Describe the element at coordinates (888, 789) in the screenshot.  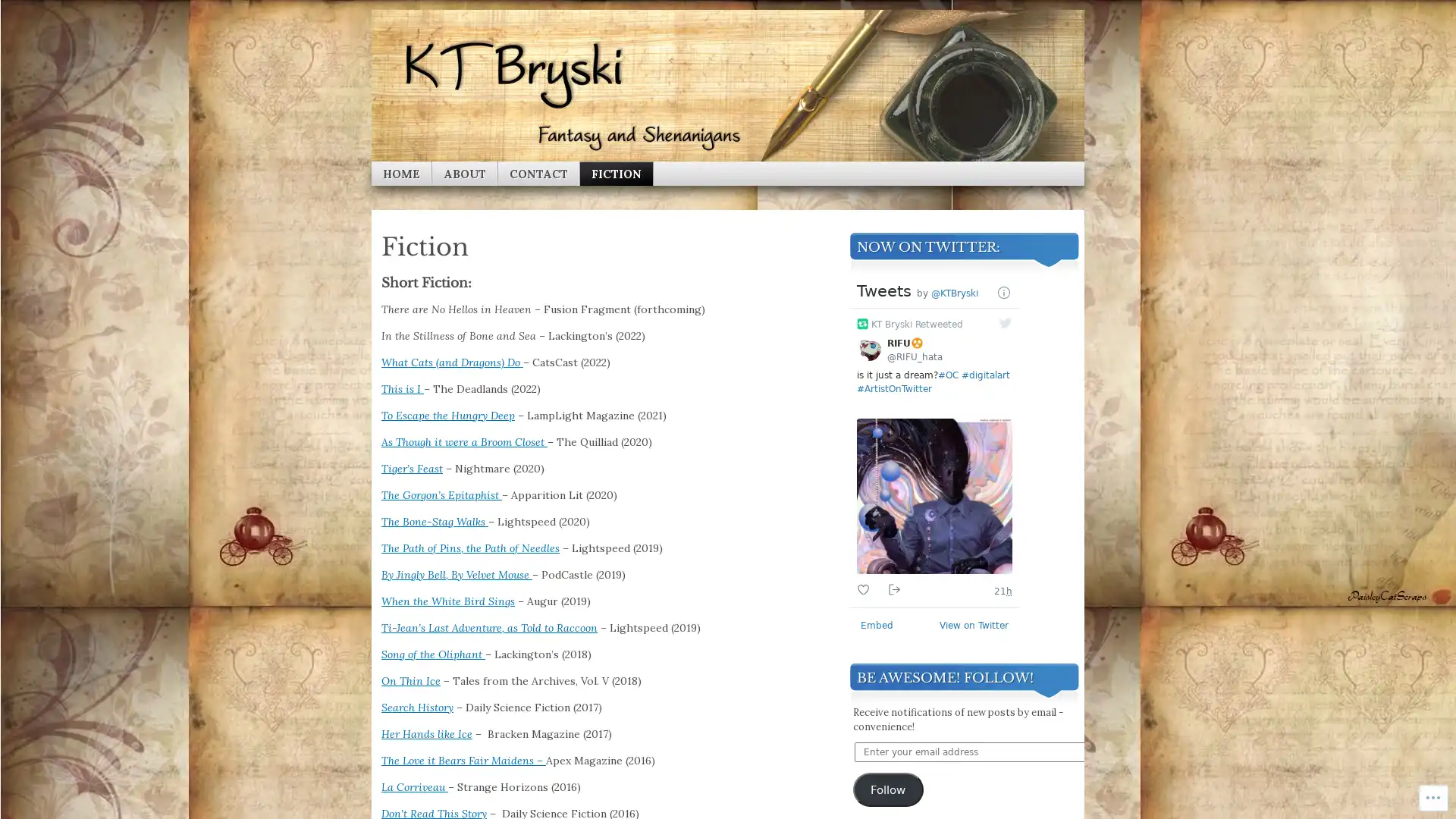
I see `Follow` at that location.